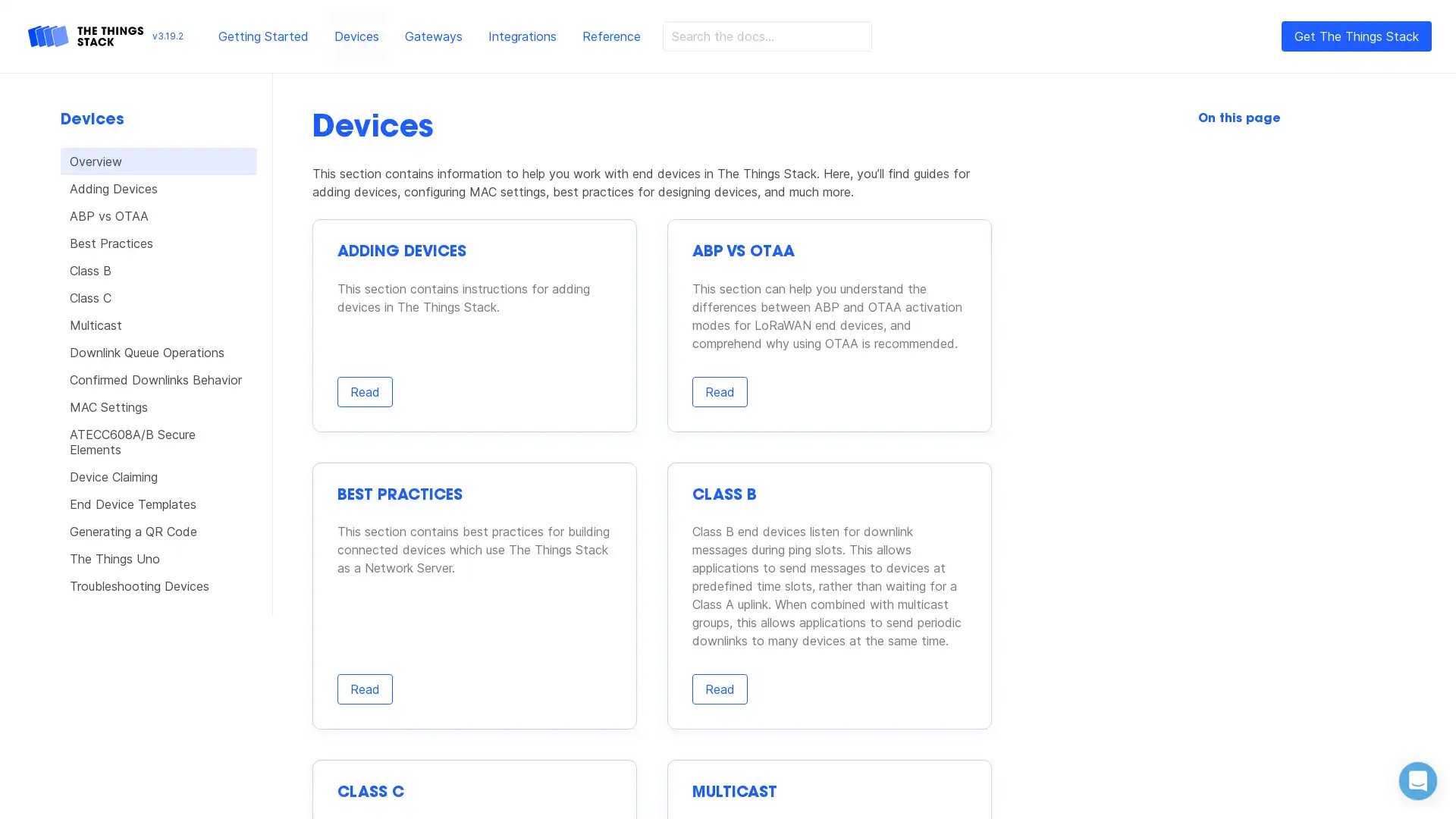 Image resolution: width=1456 pixels, height=819 pixels. Describe the element at coordinates (1417, 780) in the screenshot. I see `Open Intercom Messenger` at that location.